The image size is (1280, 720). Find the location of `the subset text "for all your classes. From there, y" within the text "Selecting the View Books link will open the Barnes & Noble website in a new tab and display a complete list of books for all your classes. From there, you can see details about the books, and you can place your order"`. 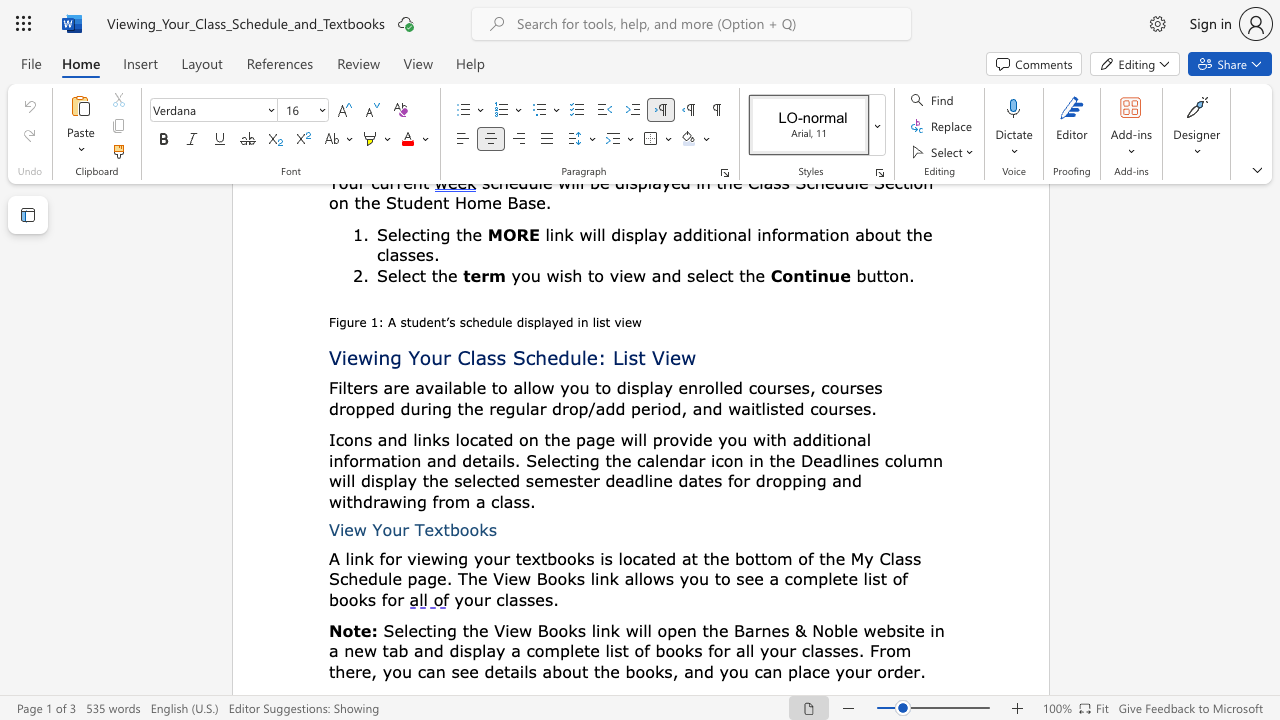

the subset text "for all your classes. From there, y" within the text "Selecting the View Books link will open the Barnes & Noble website in a new tab and display a complete list of books for all your classes. From there, you can see details about the books, and you can place your order" is located at coordinates (708, 650).